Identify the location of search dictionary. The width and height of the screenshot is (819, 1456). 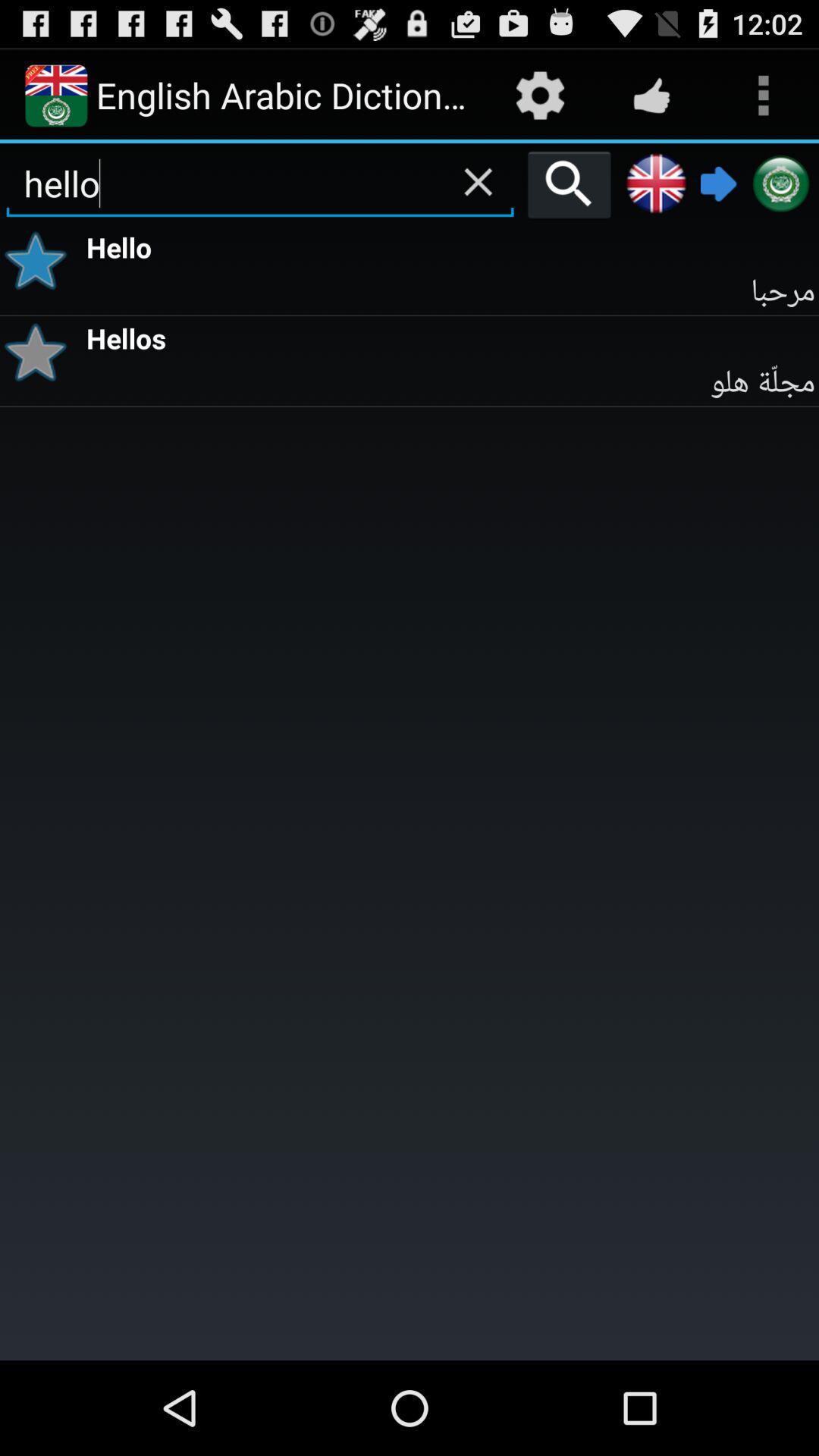
(569, 184).